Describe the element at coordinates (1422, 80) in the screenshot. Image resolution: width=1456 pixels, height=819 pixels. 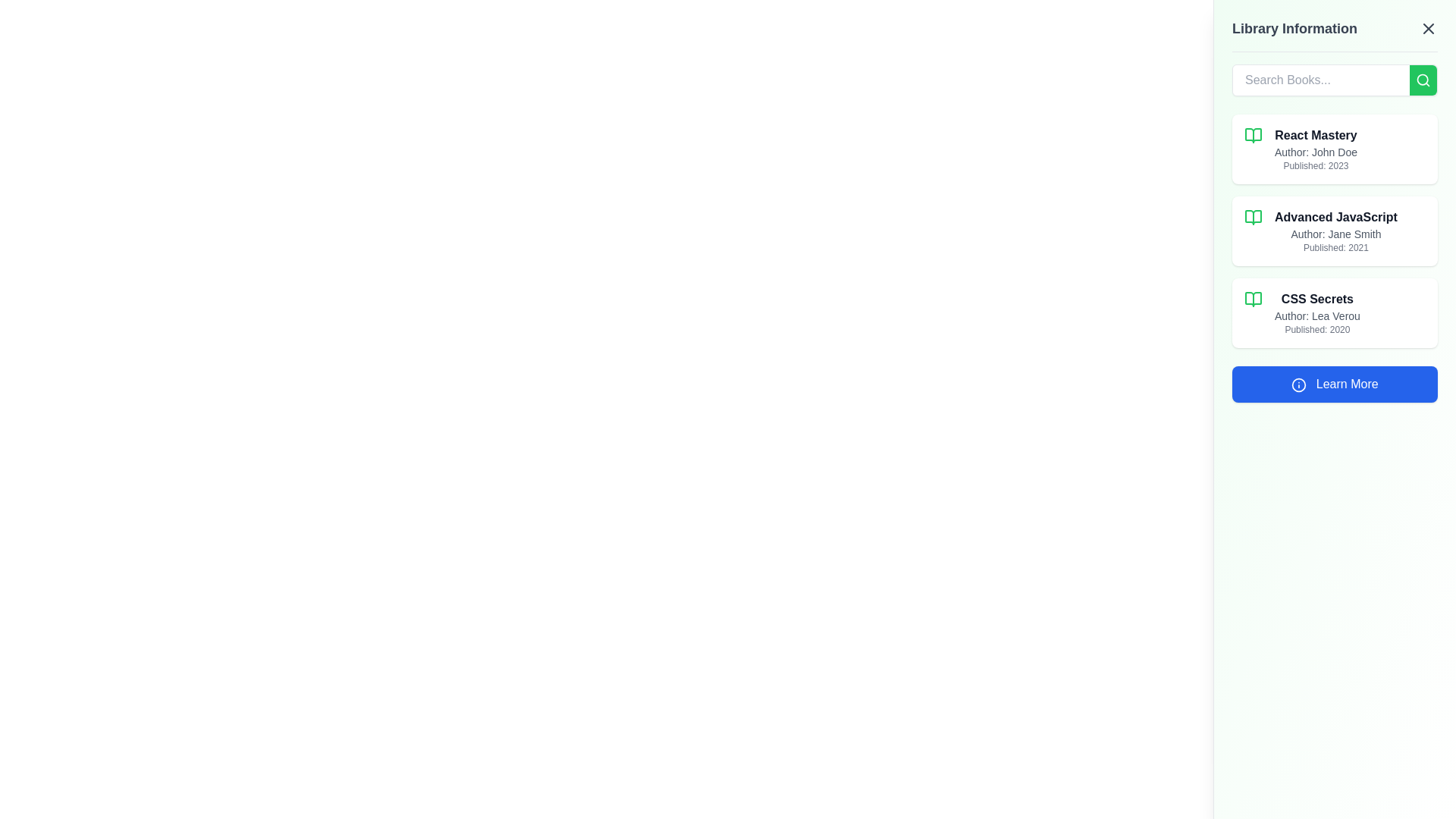
I see `the Icon button located to the right of the 'Search Books...' text input field, which submits the search query` at that location.